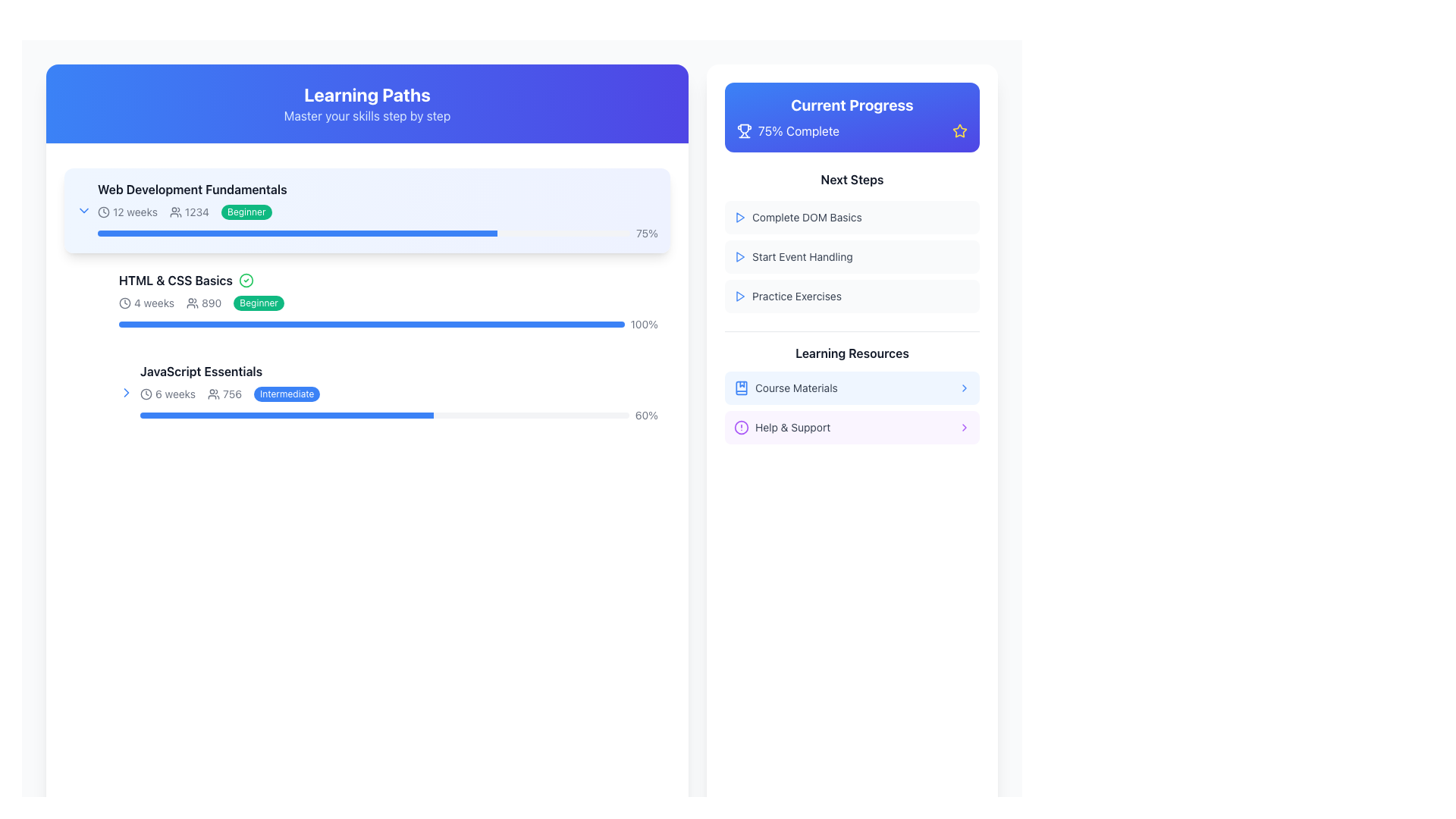 The width and height of the screenshot is (1456, 819). Describe the element at coordinates (788, 130) in the screenshot. I see `the static informational banner displaying the user's progress level, located on the right side of the interface under the 'Current Progress' section` at that location.